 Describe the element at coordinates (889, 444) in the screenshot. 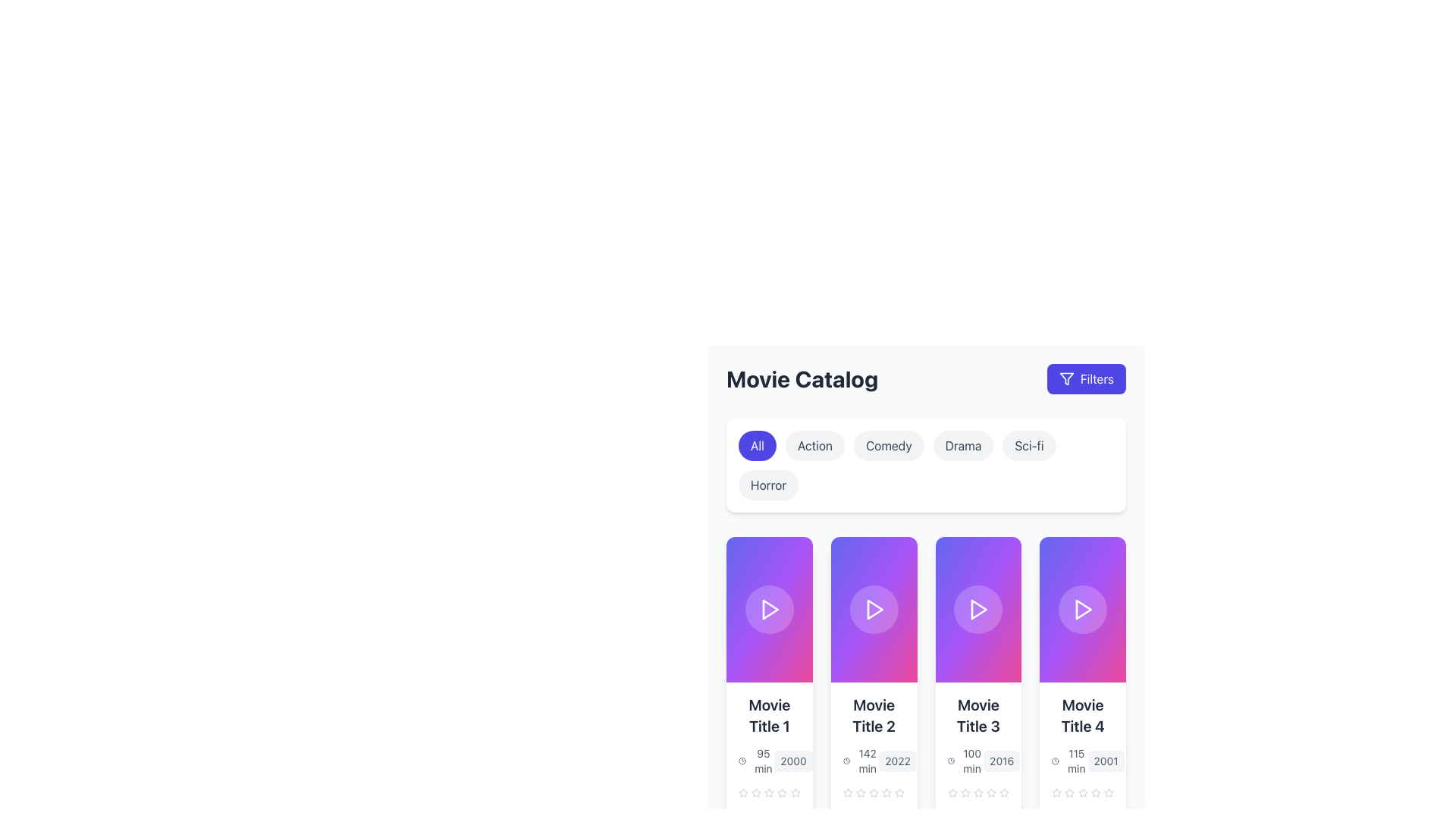

I see `the third Toggle button from the left` at that location.